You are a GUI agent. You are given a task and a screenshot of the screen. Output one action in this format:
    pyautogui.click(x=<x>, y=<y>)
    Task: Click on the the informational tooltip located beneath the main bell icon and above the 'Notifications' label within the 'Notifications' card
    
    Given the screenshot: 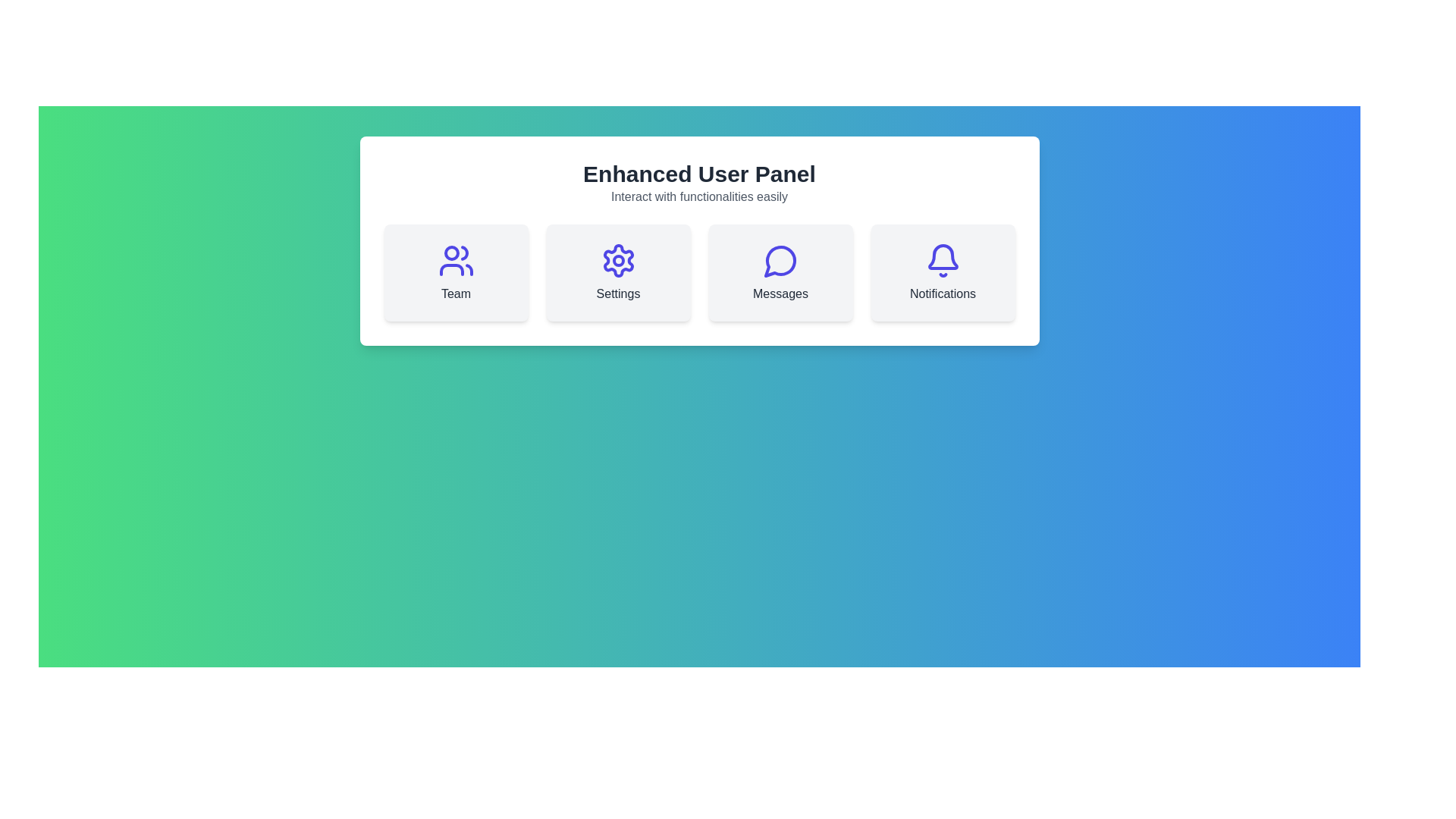 What is the action you would take?
    pyautogui.click(x=942, y=262)
    